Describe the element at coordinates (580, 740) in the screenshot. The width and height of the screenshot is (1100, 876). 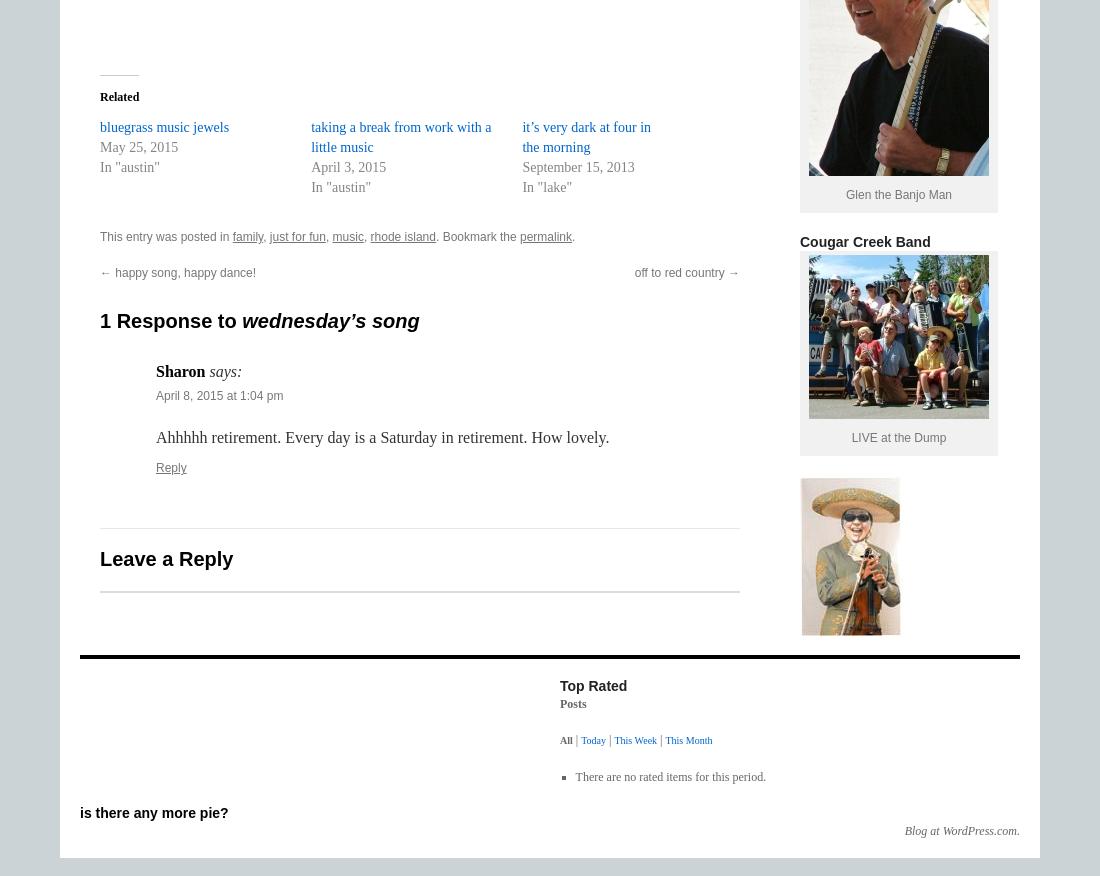
I see `'Today'` at that location.